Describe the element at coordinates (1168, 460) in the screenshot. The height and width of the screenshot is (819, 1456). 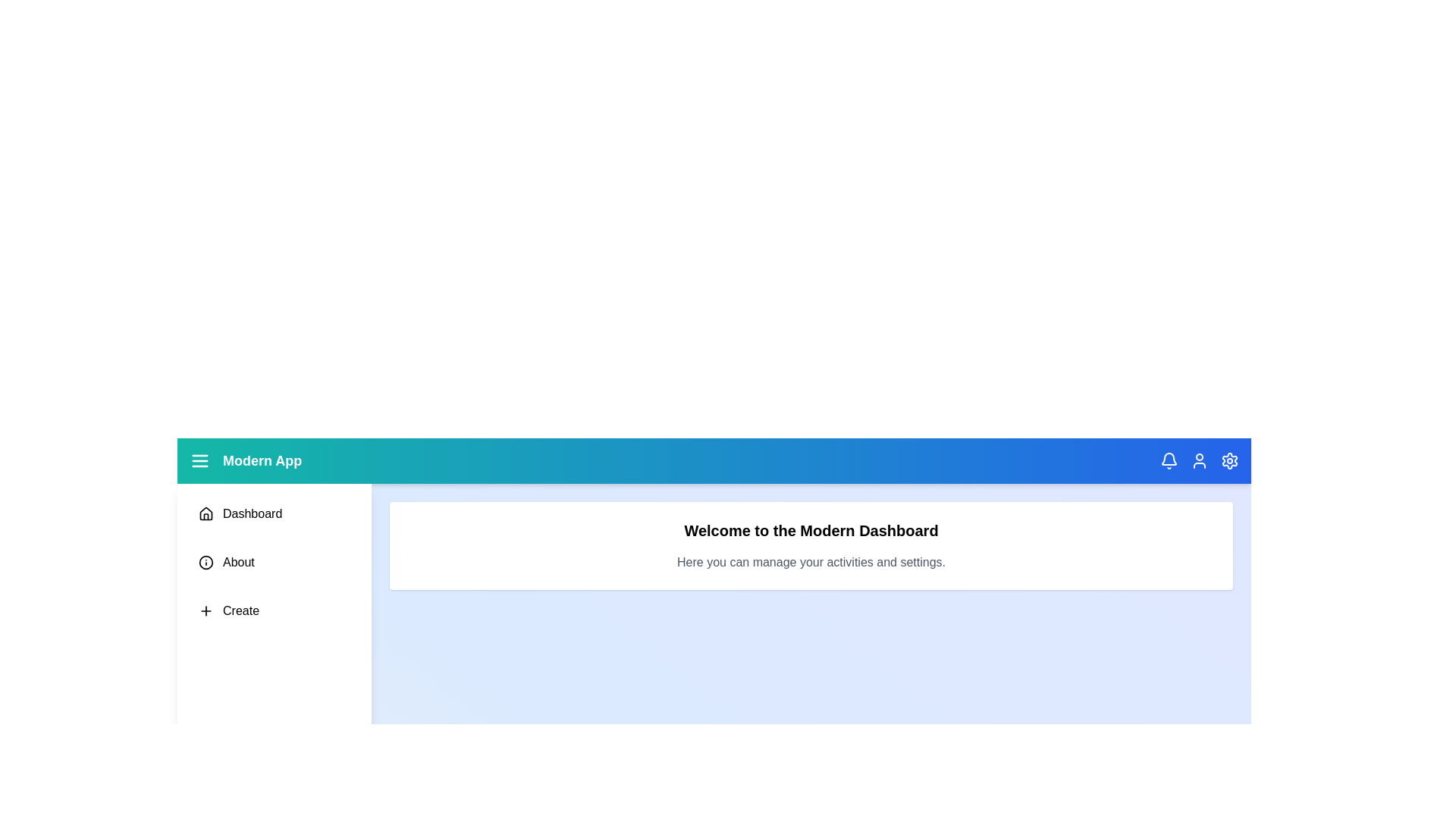
I see `the interactive element notification_icon to observe visual feedback` at that location.